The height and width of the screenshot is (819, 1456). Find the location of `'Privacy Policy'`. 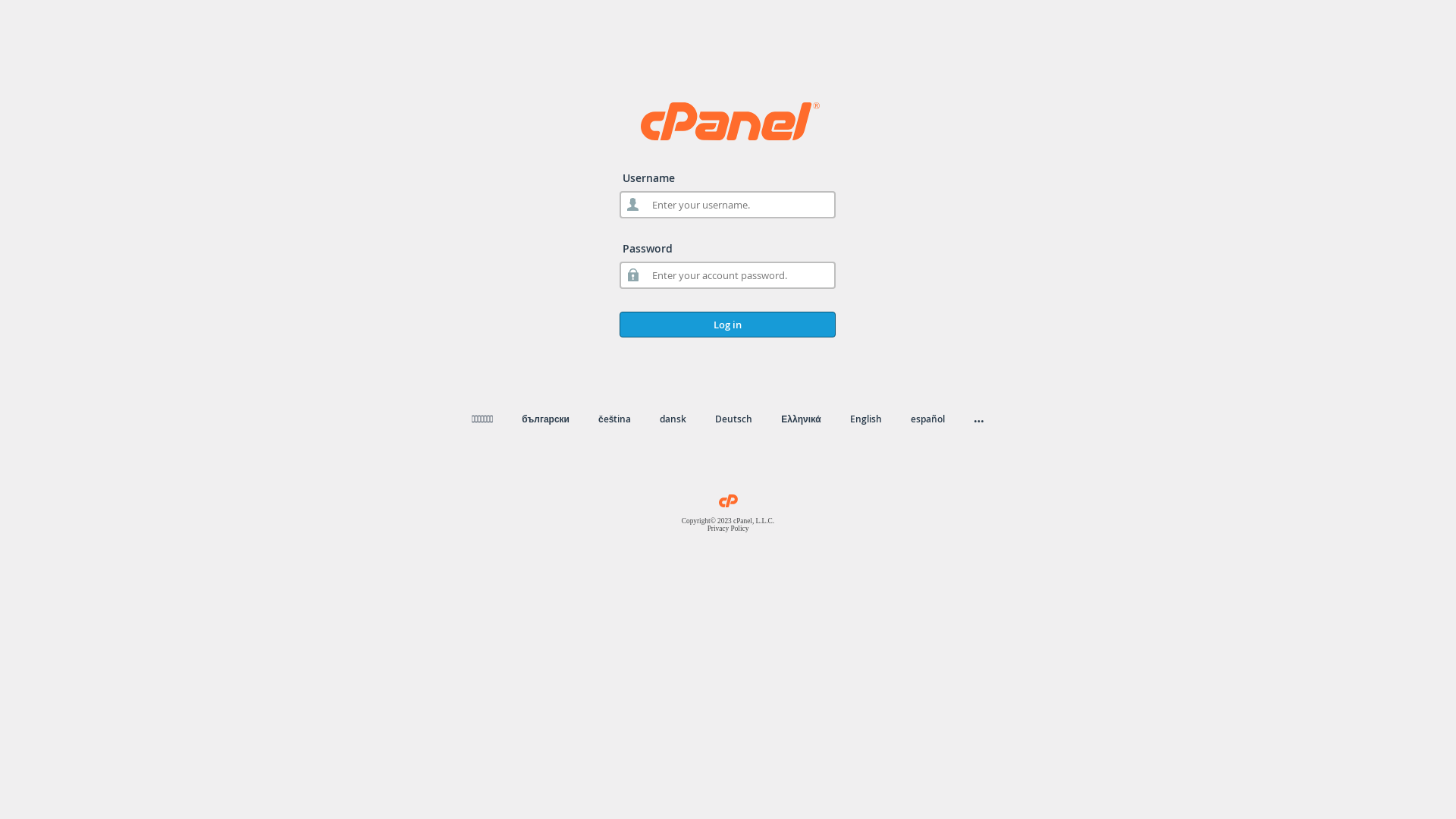

'Privacy Policy' is located at coordinates (728, 528).